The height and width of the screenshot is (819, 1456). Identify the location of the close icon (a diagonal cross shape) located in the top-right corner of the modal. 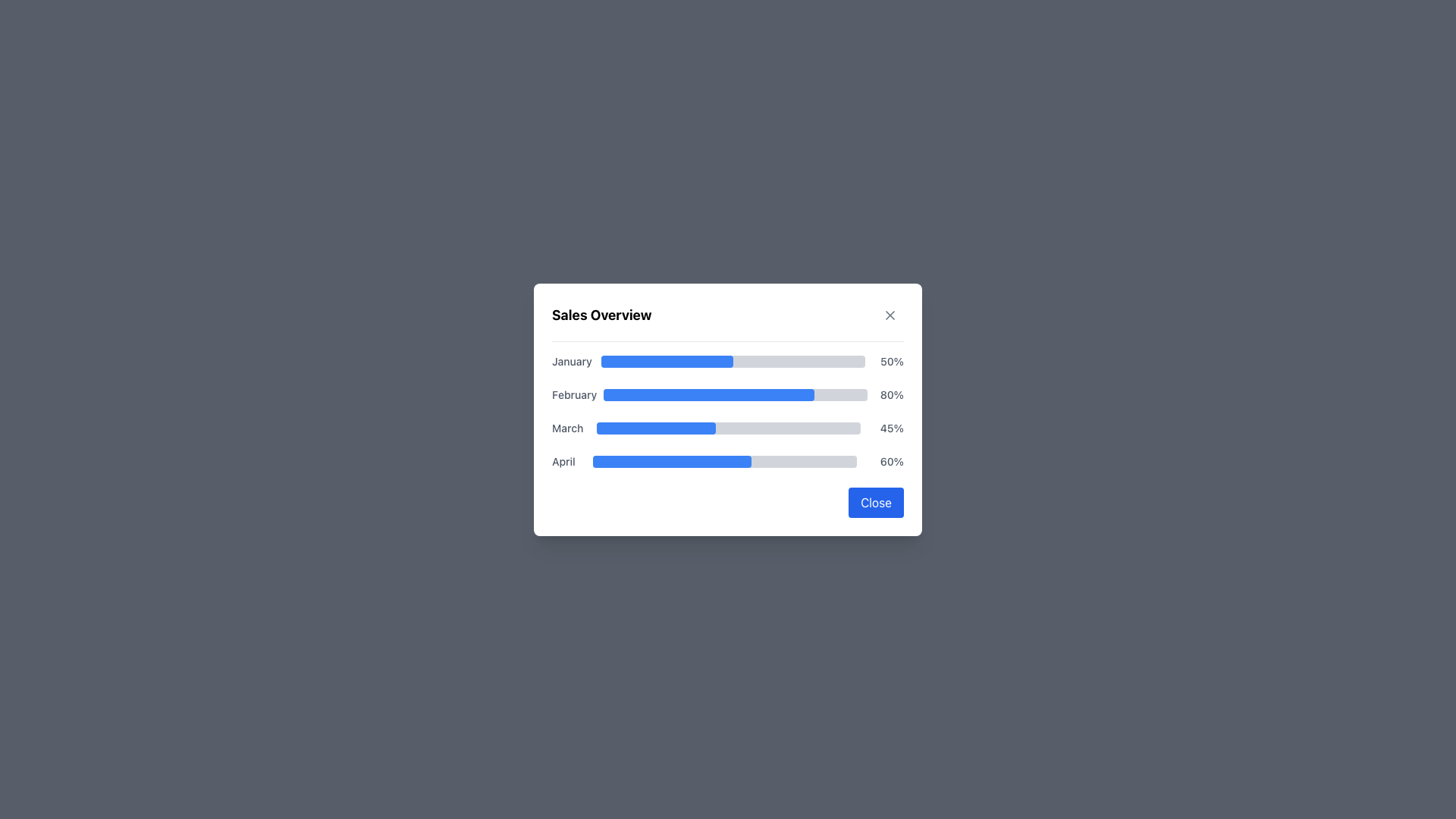
(890, 314).